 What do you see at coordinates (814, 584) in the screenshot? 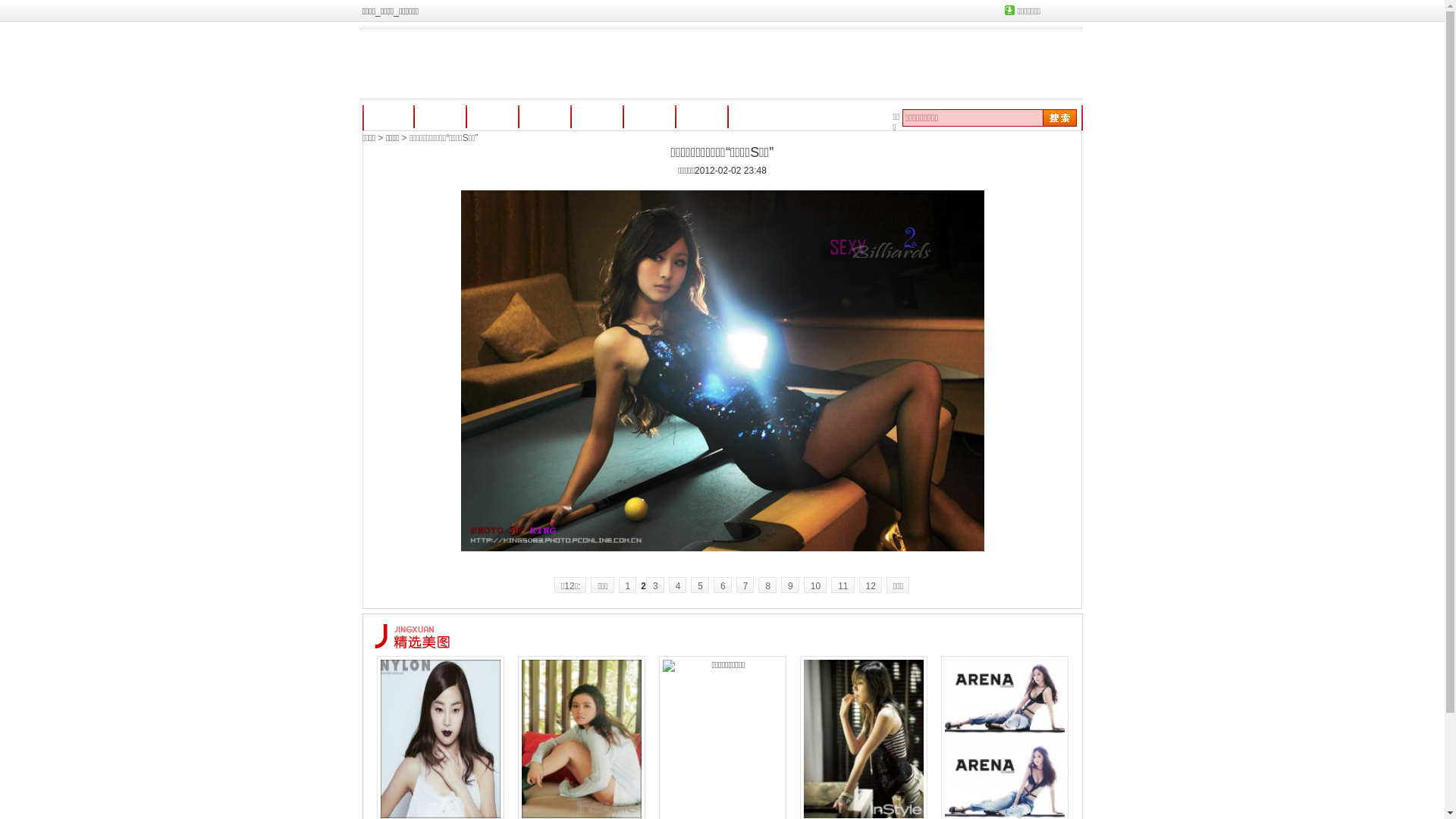
I see `'10'` at bounding box center [814, 584].